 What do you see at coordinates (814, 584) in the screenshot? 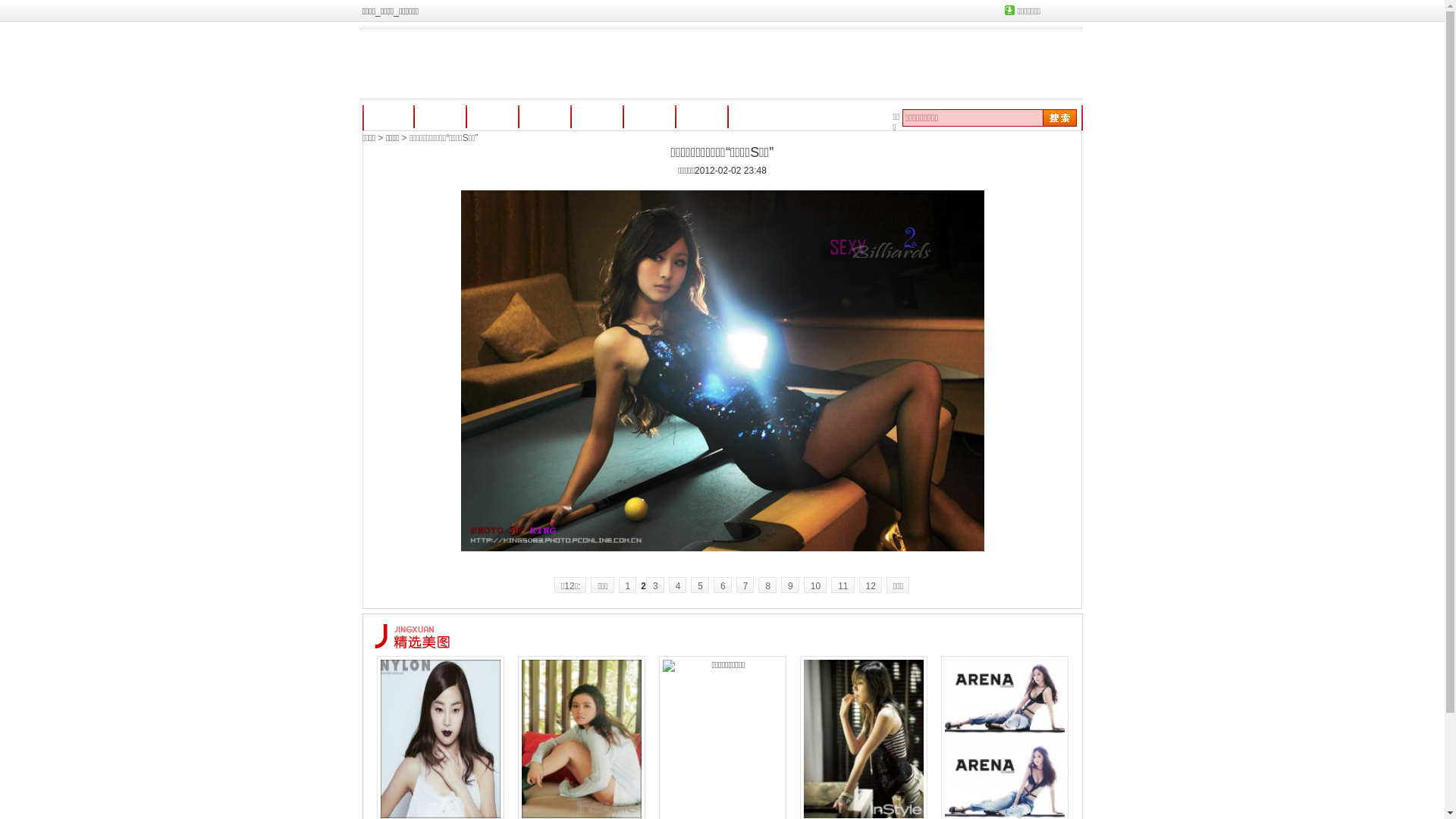
I see `'10'` at bounding box center [814, 584].